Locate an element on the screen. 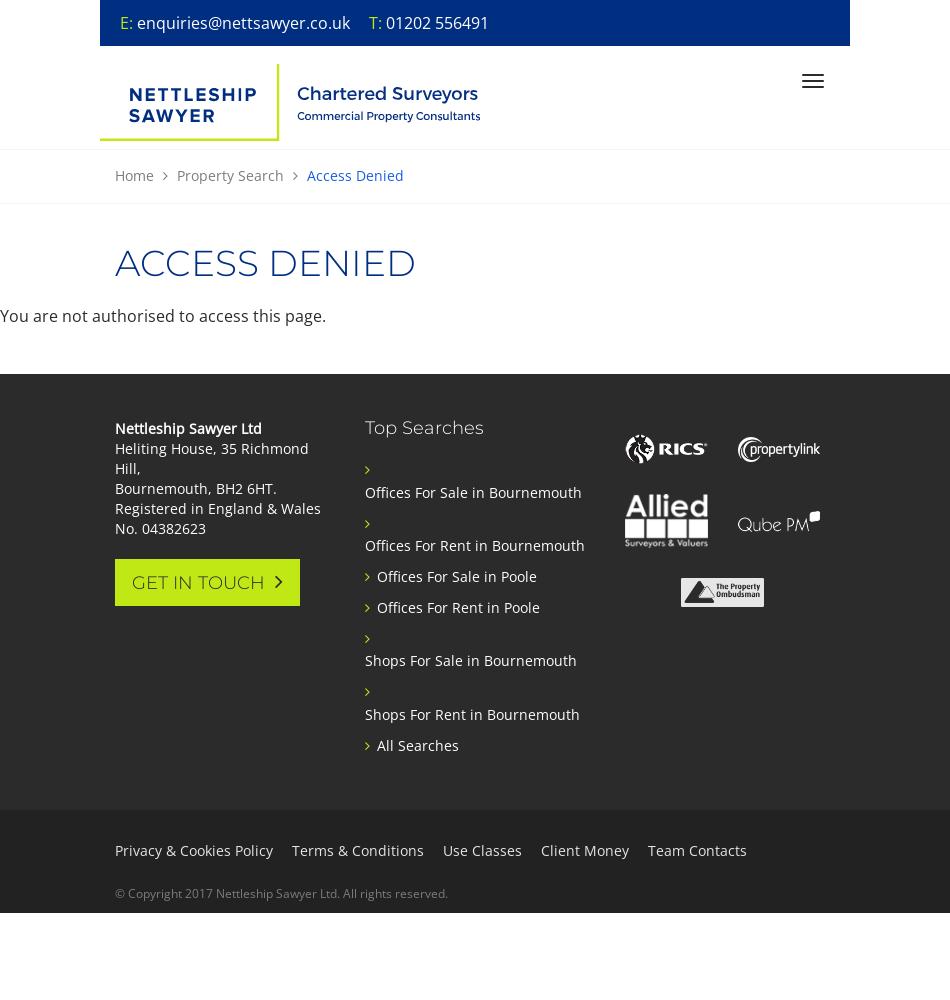  'All Searches' is located at coordinates (417, 743).